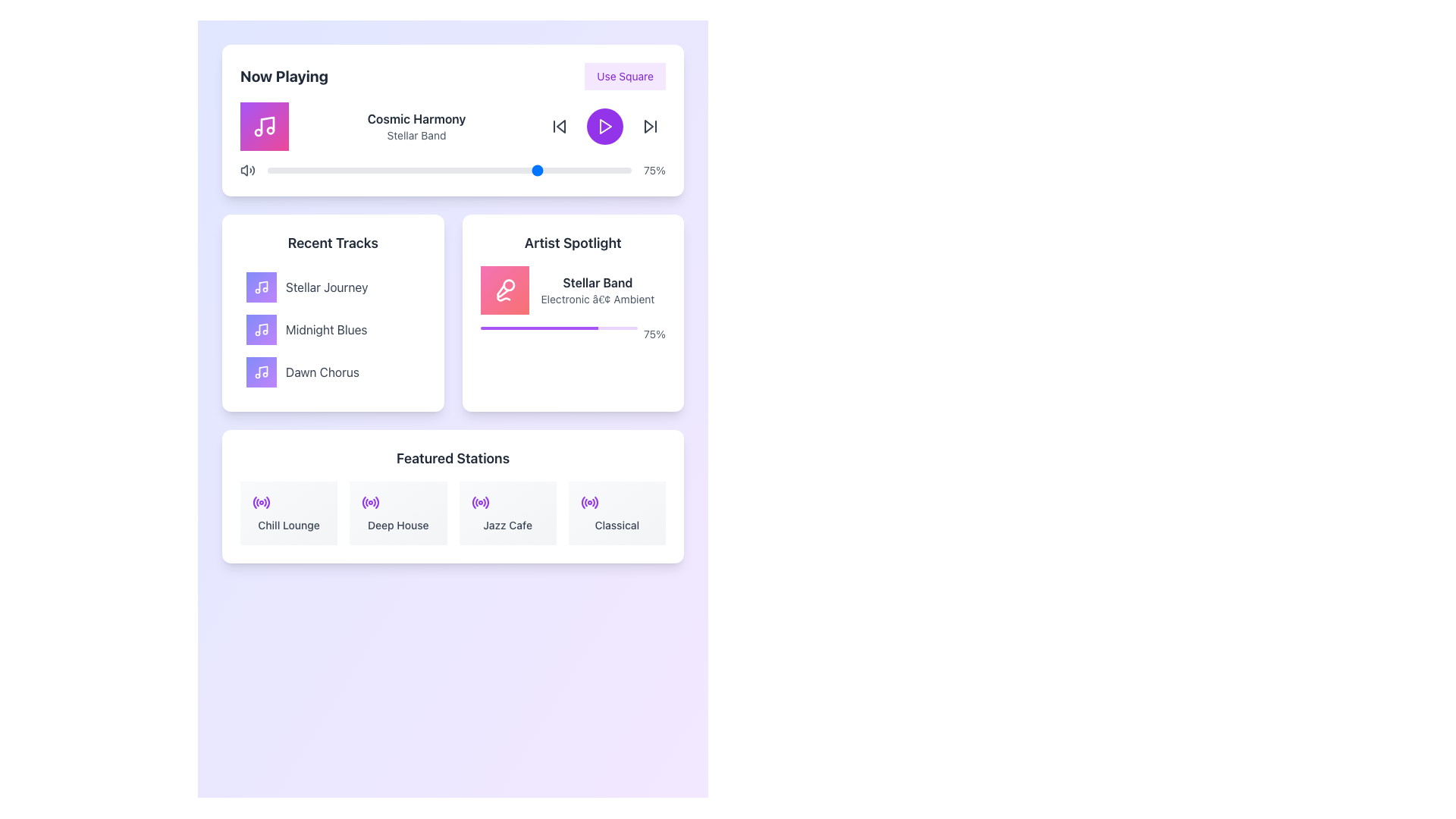 Image resolution: width=1456 pixels, height=819 pixels. What do you see at coordinates (398, 513) in the screenshot?
I see `the 'Deep House' selectable tile, which has a gradient background and a purple radio wave icon` at bounding box center [398, 513].